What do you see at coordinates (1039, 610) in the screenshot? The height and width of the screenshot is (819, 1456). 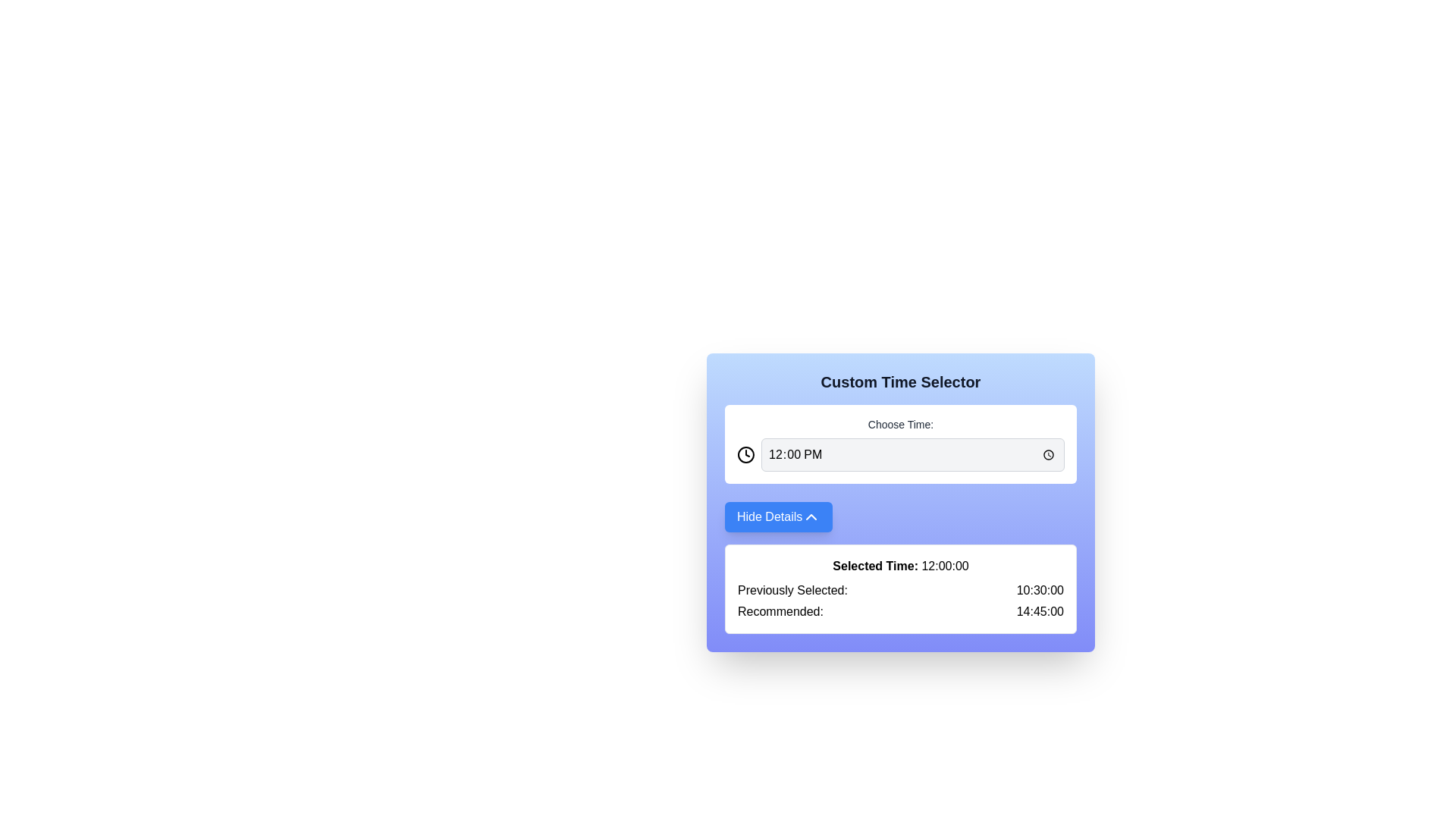 I see `the static text display showing '14:45:00', which is positioned to the right of the label 'Recommended:' inside a white box at the bottom right corner of the blue interface` at bounding box center [1039, 610].